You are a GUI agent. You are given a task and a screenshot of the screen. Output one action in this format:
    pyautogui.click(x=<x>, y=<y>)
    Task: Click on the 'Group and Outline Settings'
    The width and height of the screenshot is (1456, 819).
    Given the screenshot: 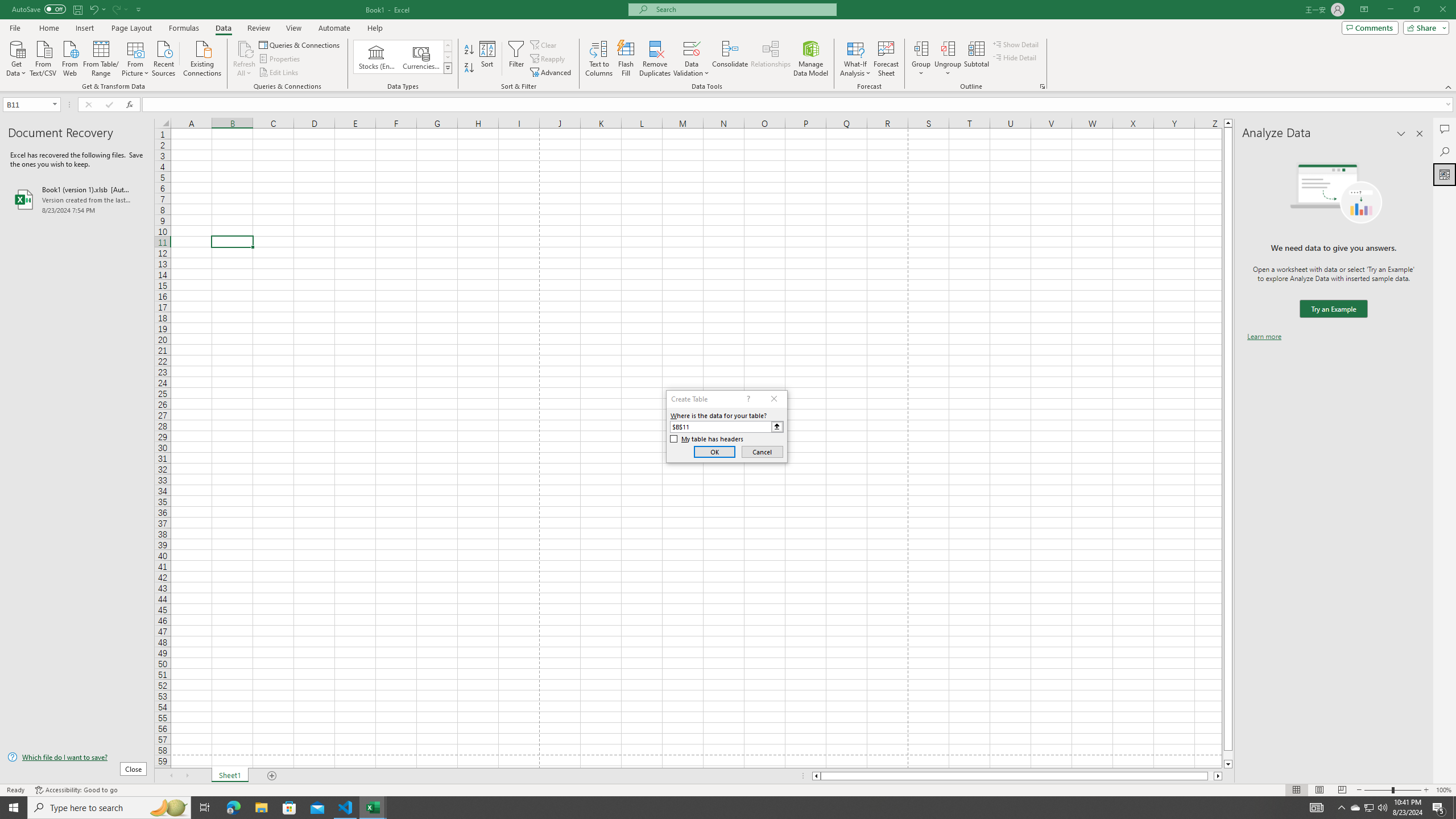 What is the action you would take?
    pyautogui.click(x=1041, y=85)
    